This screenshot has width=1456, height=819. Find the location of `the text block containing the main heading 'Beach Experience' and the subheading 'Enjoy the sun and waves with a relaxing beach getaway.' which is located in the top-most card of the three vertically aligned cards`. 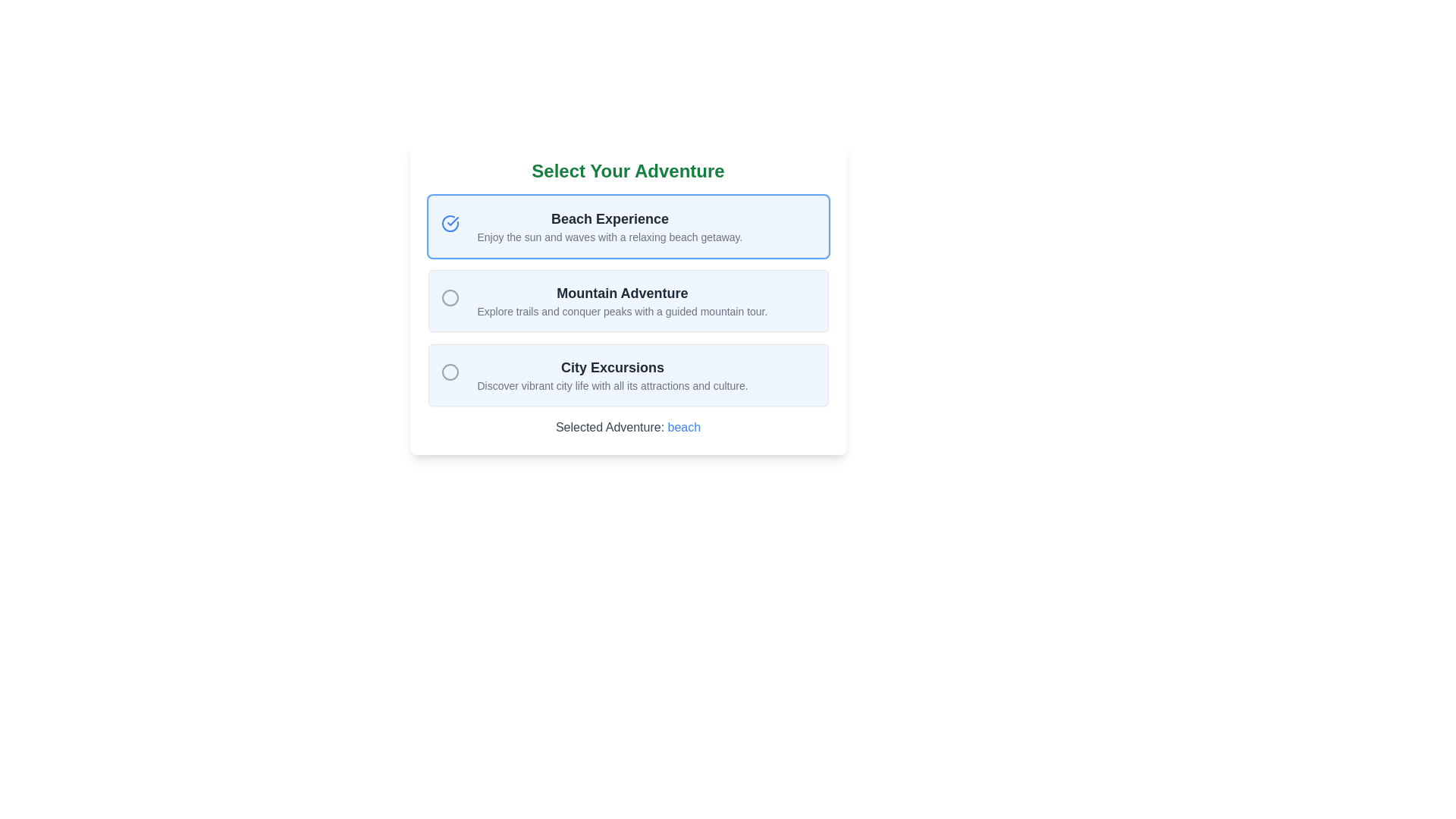

the text block containing the main heading 'Beach Experience' and the subheading 'Enjoy the sun and waves with a relaxing beach getaway.' which is located in the top-most card of the three vertically aligned cards is located at coordinates (610, 227).